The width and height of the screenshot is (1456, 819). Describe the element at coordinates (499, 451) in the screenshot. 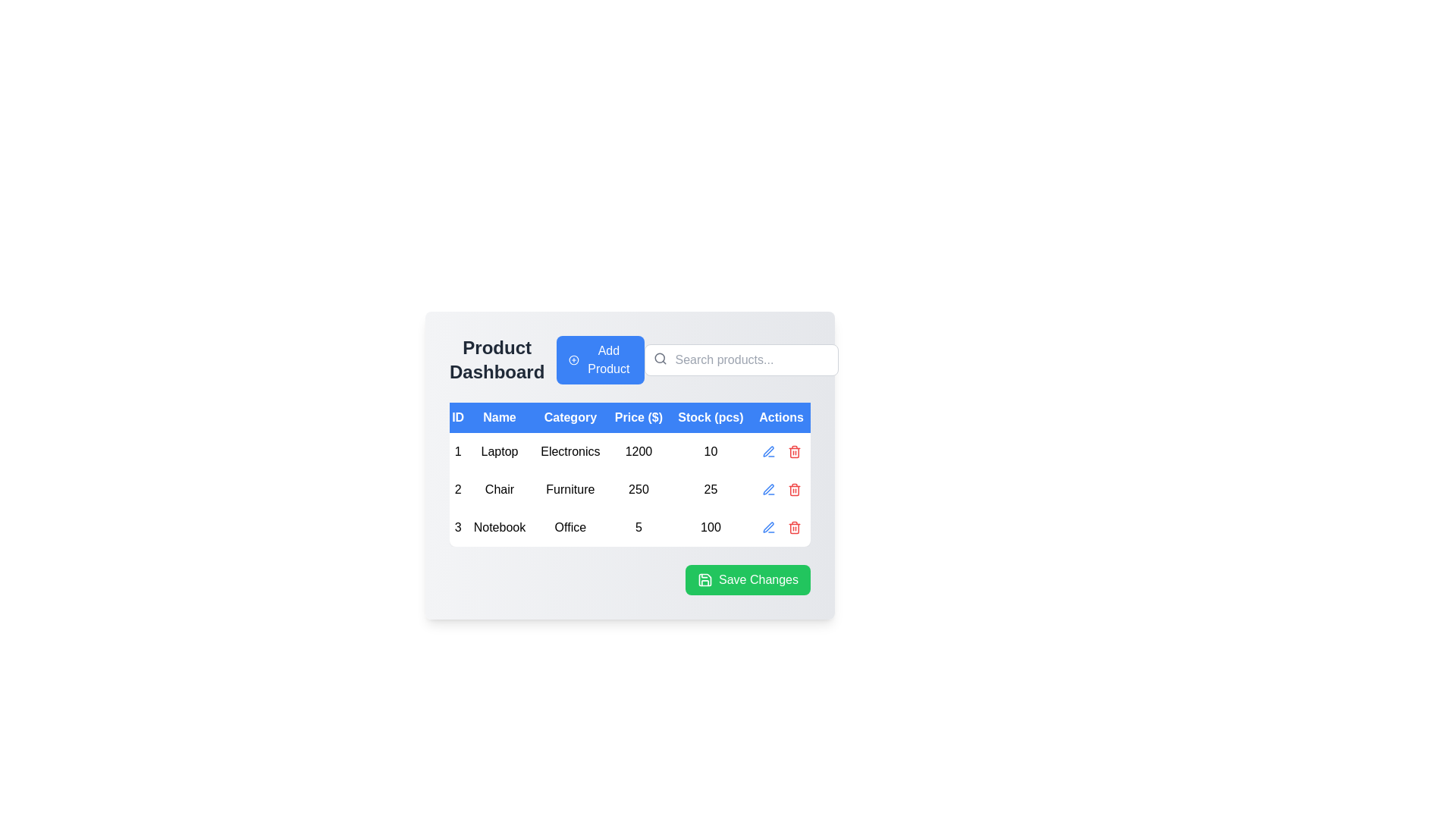

I see `the static text label representing the name of the product in the first row, second column of the table under the 'Name' heading` at that location.